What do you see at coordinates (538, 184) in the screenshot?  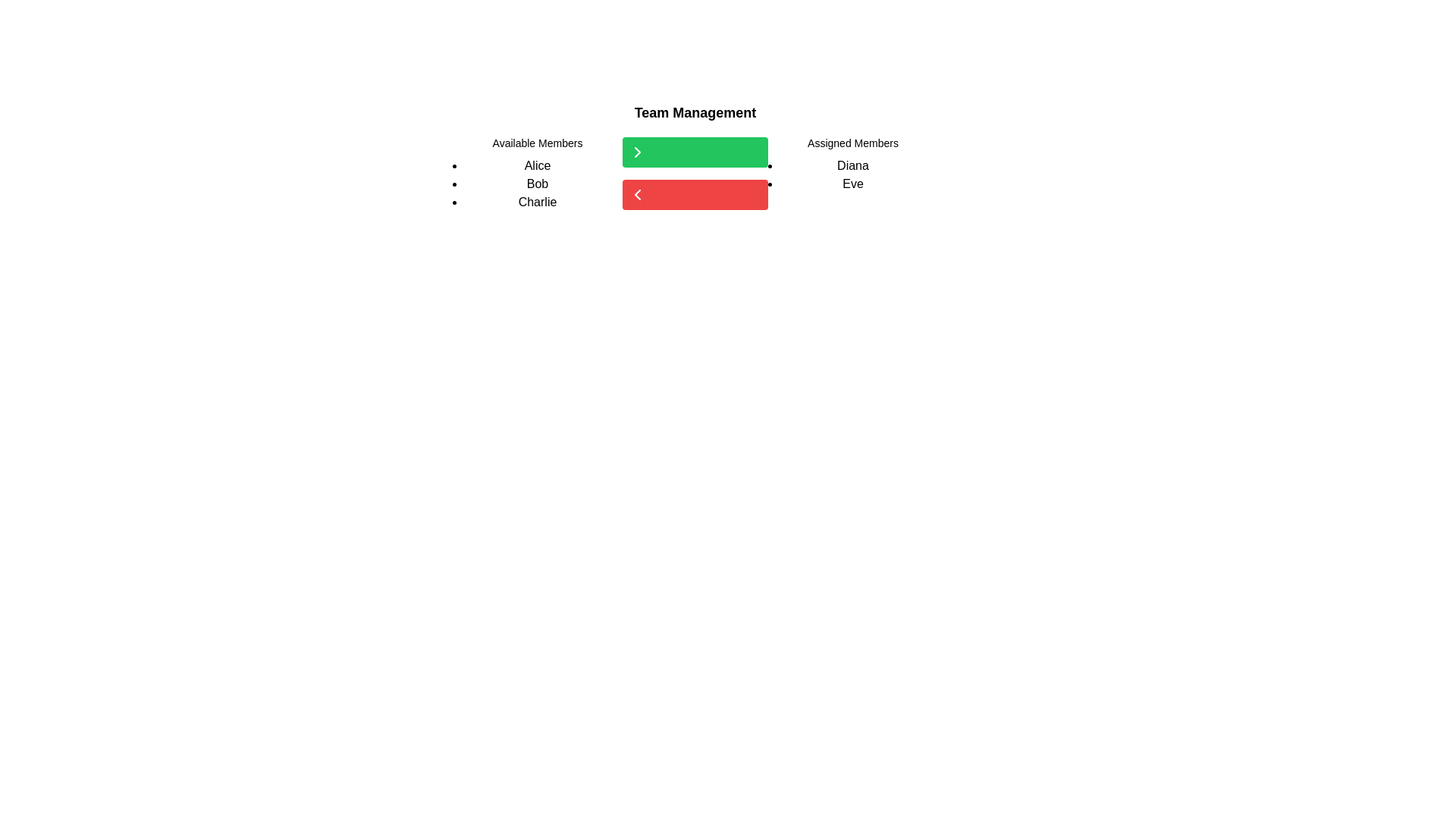 I see `the name 'Bob' in the bulleted list under 'Available Members'` at bounding box center [538, 184].